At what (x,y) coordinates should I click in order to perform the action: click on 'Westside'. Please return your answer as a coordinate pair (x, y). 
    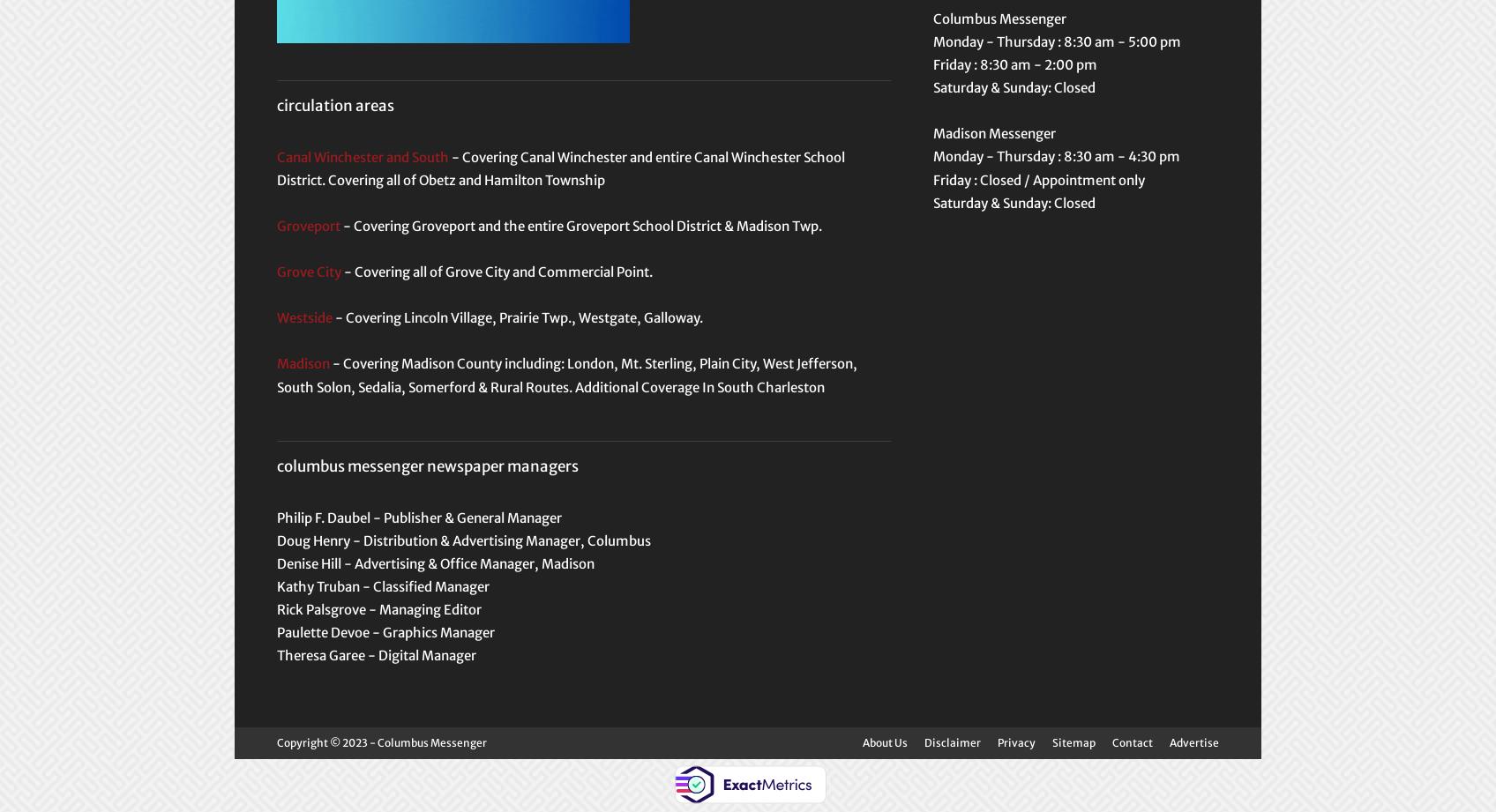
    Looking at the image, I should click on (304, 317).